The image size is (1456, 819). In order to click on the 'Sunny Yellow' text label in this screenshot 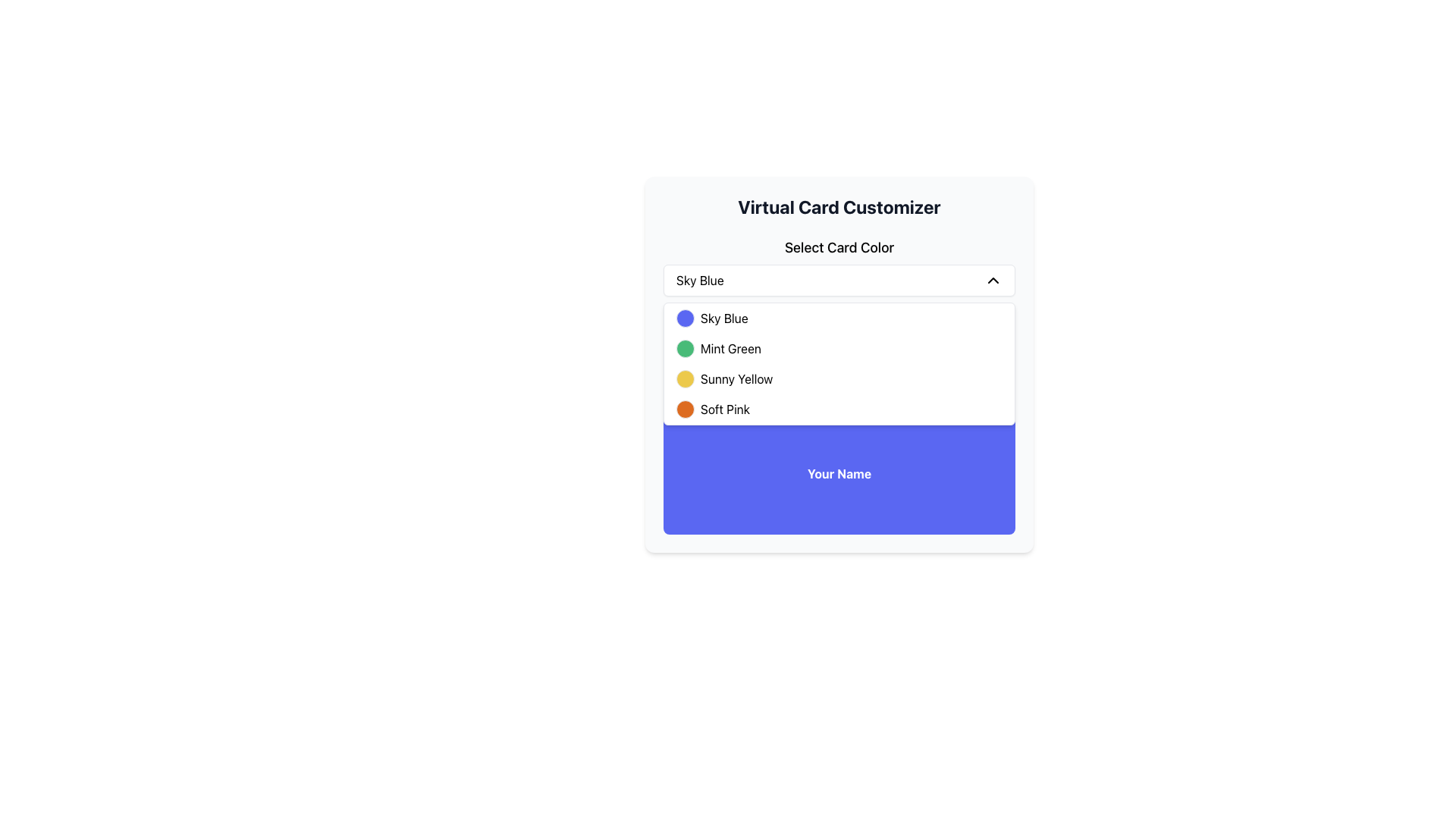, I will do `click(736, 378)`.